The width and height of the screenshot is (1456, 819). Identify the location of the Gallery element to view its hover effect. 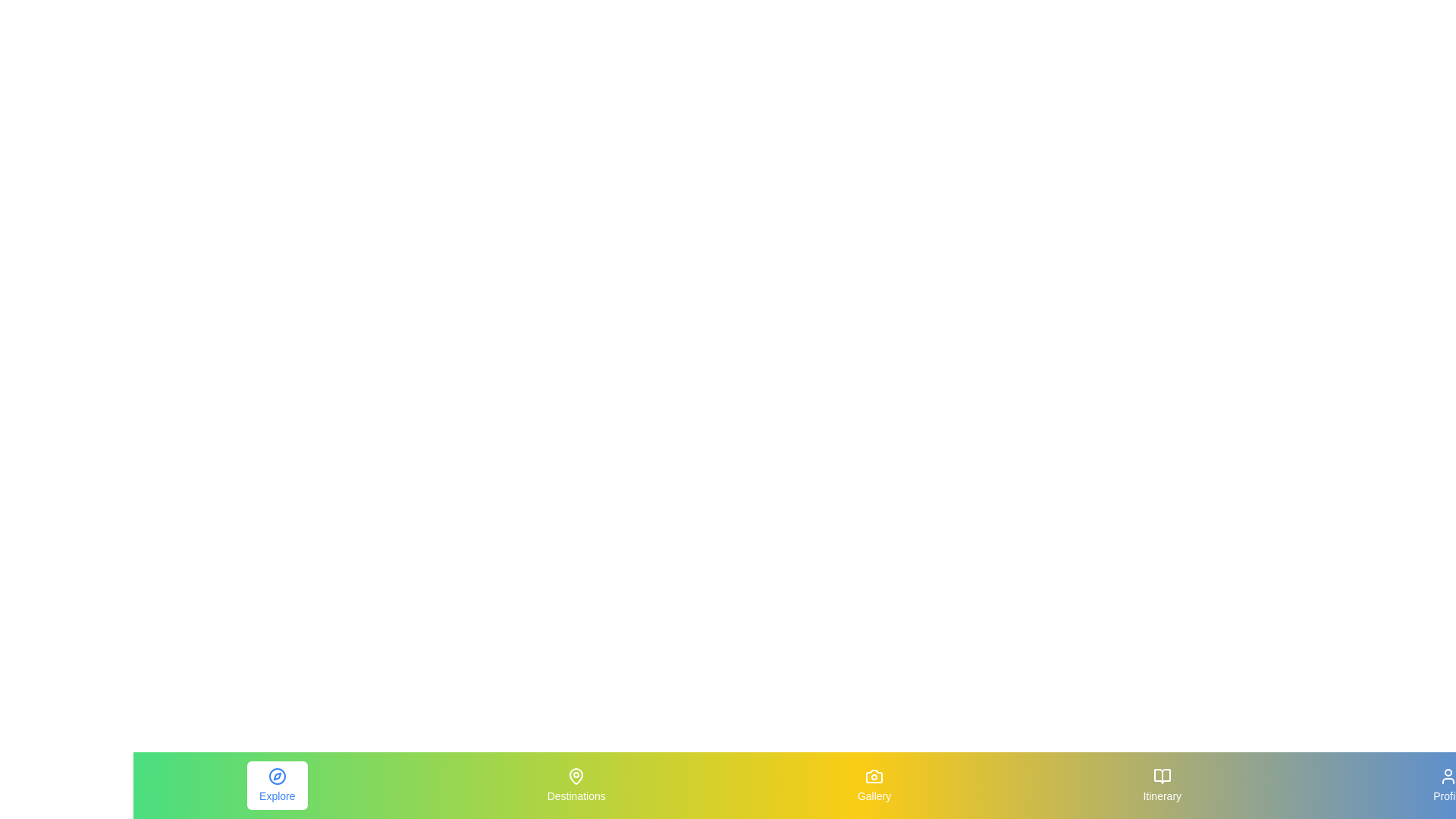
(874, 785).